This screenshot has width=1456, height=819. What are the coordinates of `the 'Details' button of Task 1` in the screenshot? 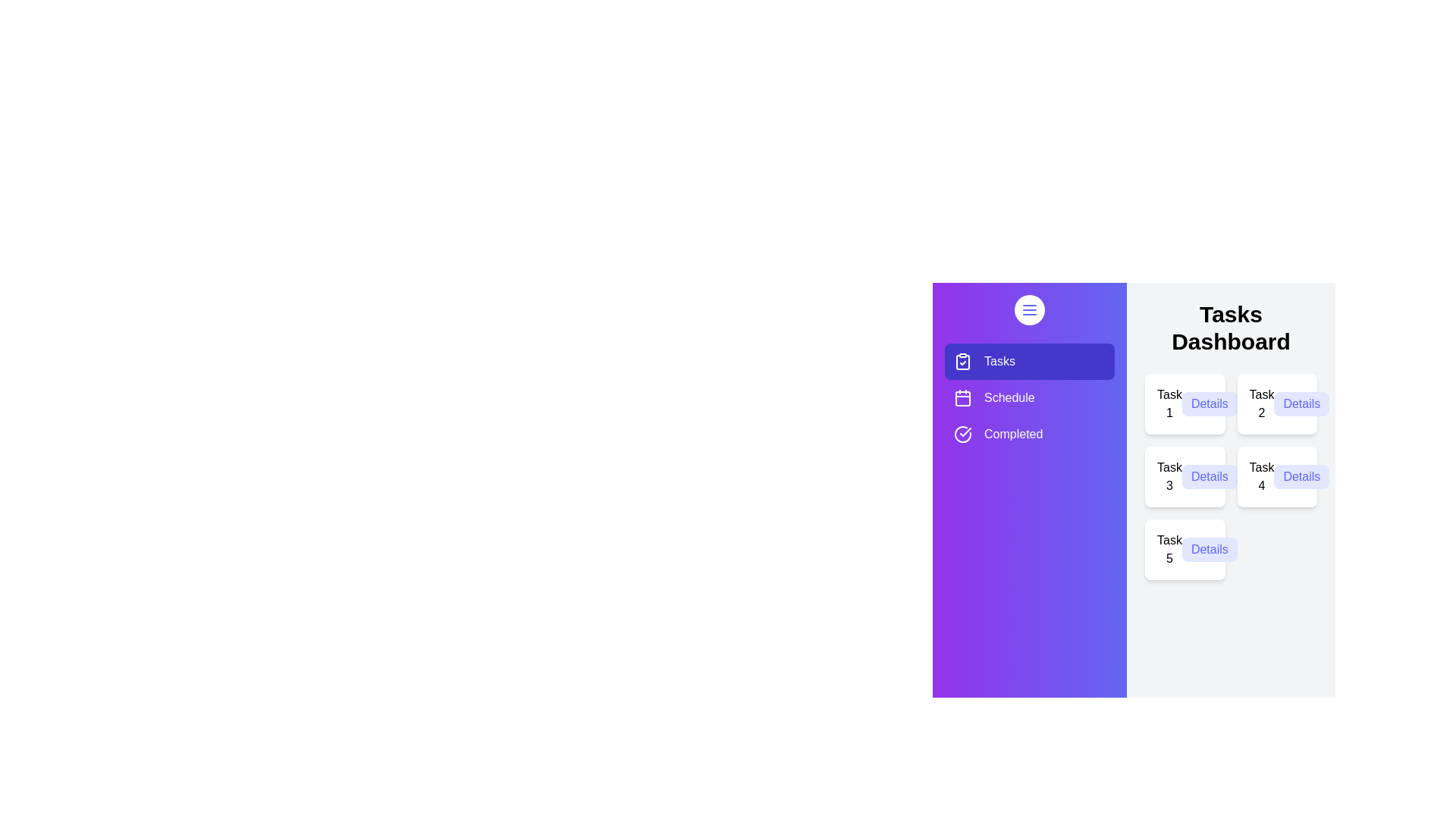 It's located at (1209, 403).